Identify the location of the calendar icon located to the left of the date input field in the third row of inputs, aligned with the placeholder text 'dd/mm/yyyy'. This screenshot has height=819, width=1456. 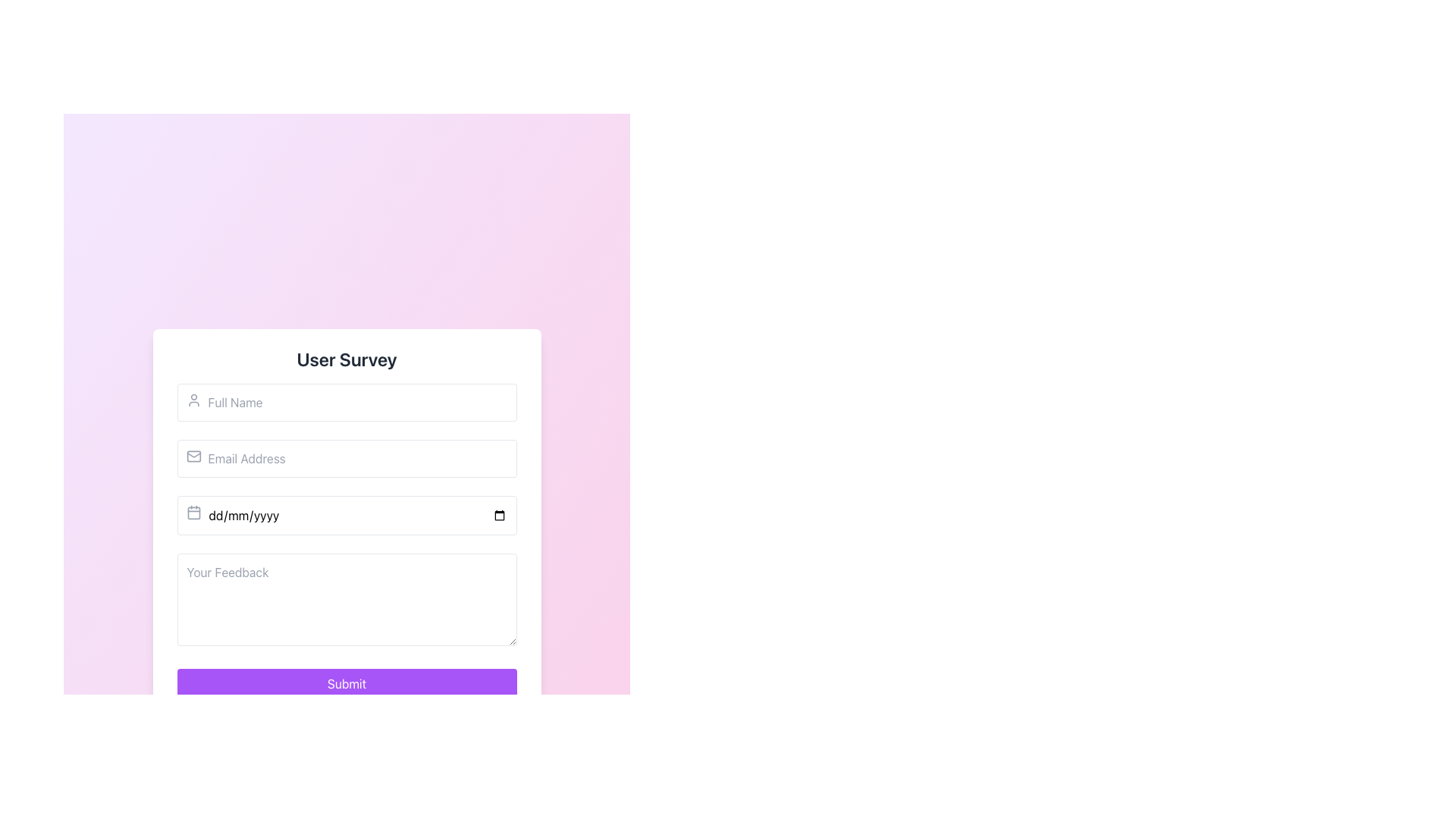
(193, 512).